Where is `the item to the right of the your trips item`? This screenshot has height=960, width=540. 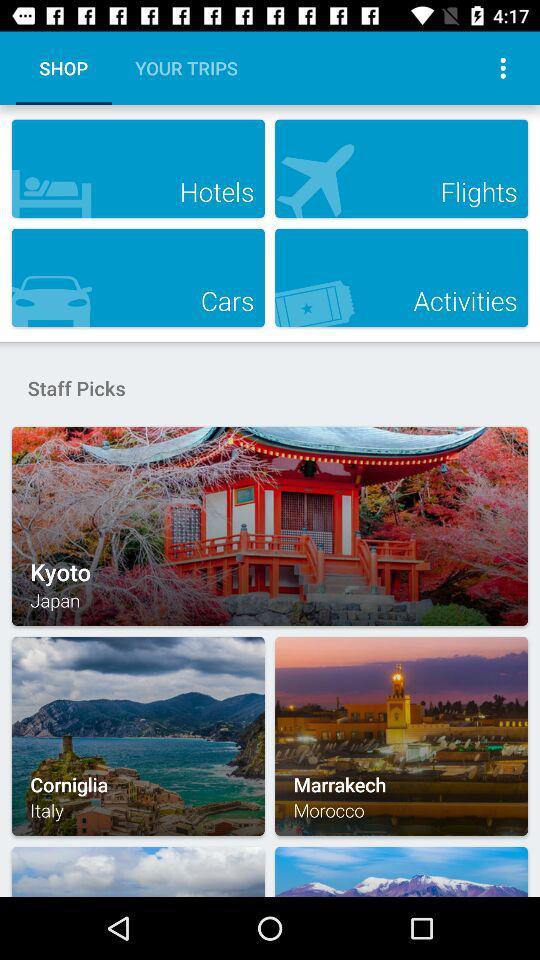
the item to the right of the your trips item is located at coordinates (502, 68).